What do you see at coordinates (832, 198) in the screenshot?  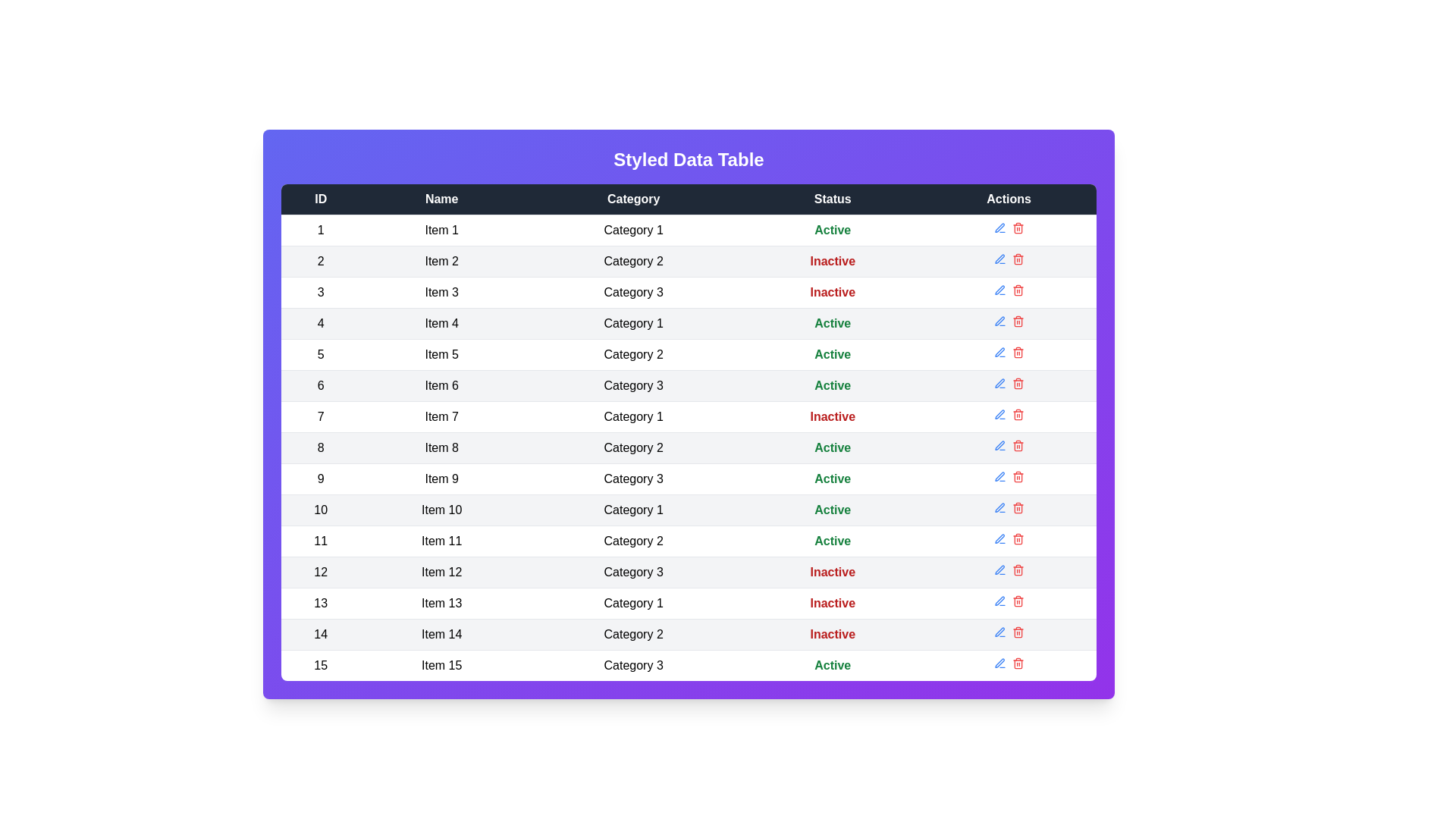 I see `the column header Status to sort the table by that column` at bounding box center [832, 198].